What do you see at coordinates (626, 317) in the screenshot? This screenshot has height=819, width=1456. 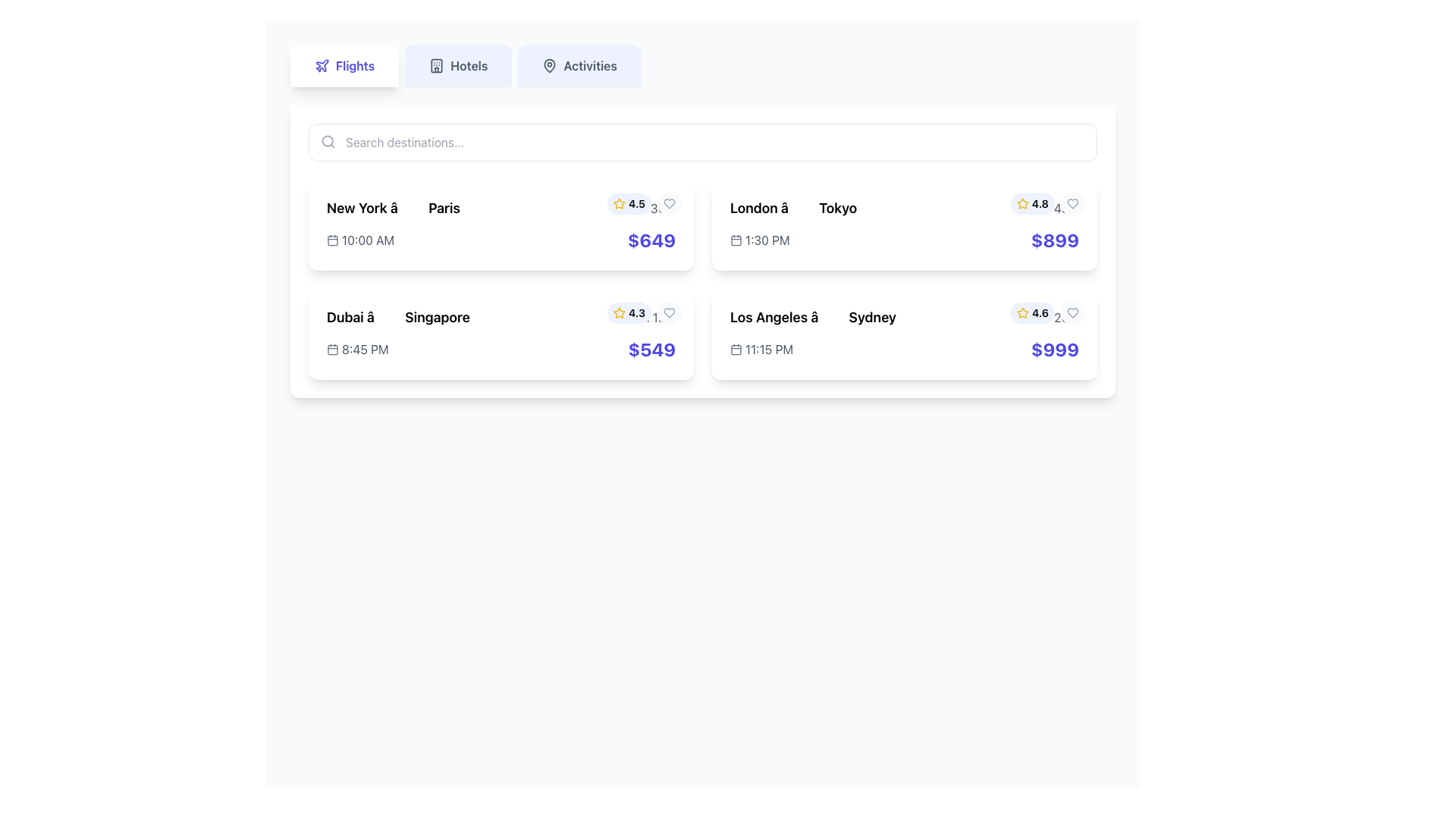 I see `the small circular gray clock icon located next to the duration text '6h 15m' within the flight information component for the Dubai to Singapore route` at bounding box center [626, 317].